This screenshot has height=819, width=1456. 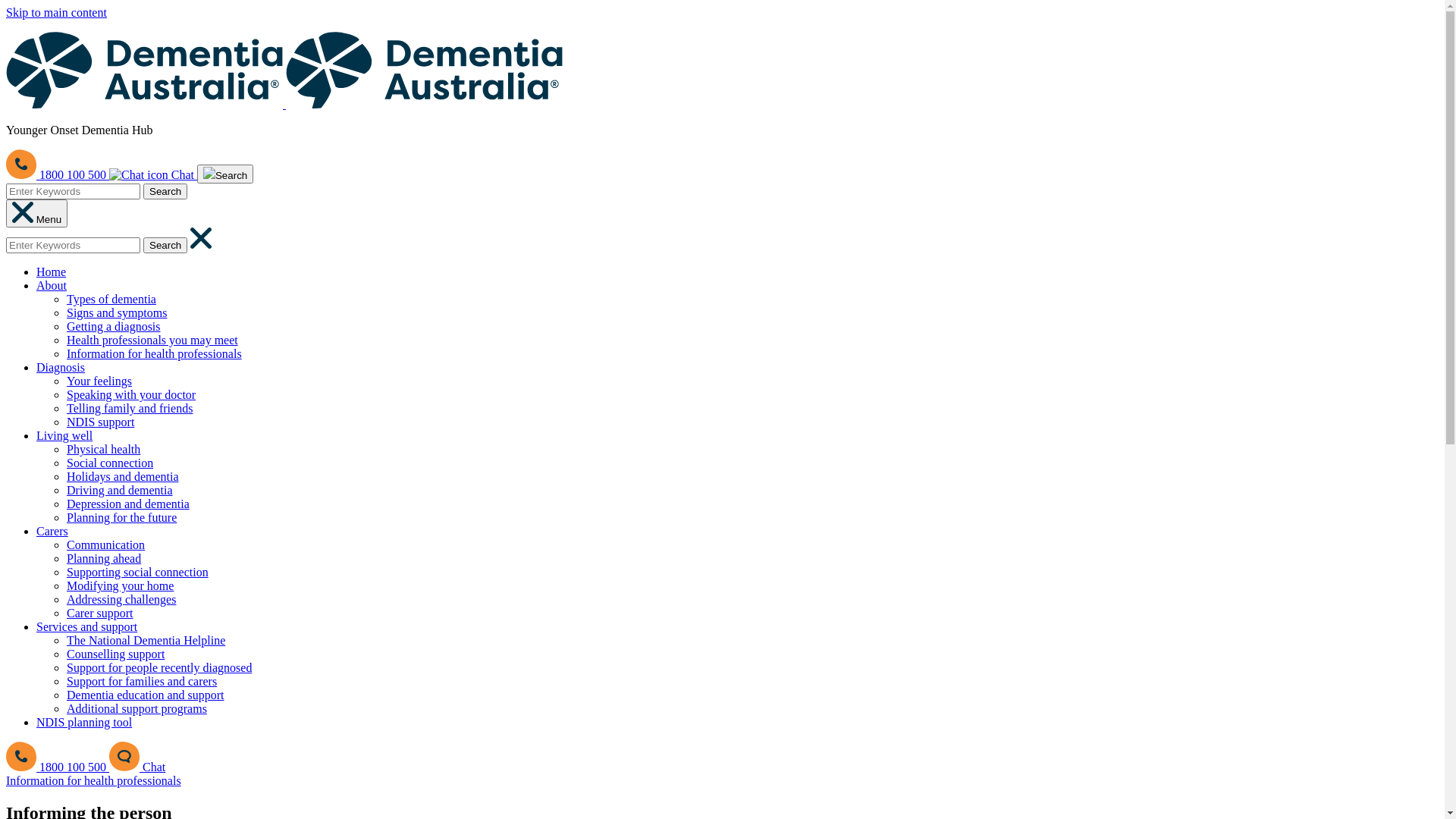 What do you see at coordinates (51, 271) in the screenshot?
I see `'Home'` at bounding box center [51, 271].